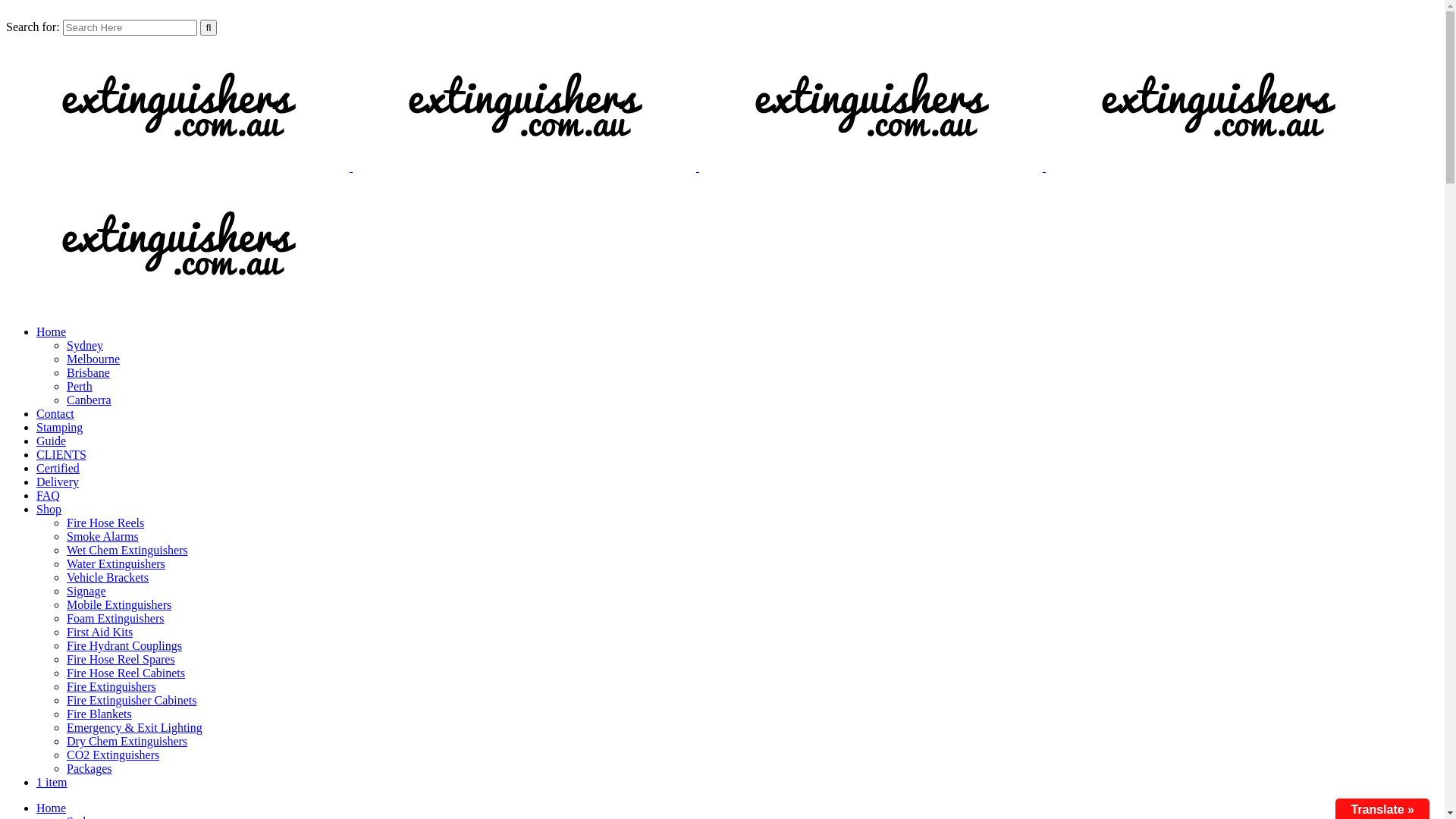 The image size is (1456, 819). What do you see at coordinates (51, 782) in the screenshot?
I see `'1 item'` at bounding box center [51, 782].